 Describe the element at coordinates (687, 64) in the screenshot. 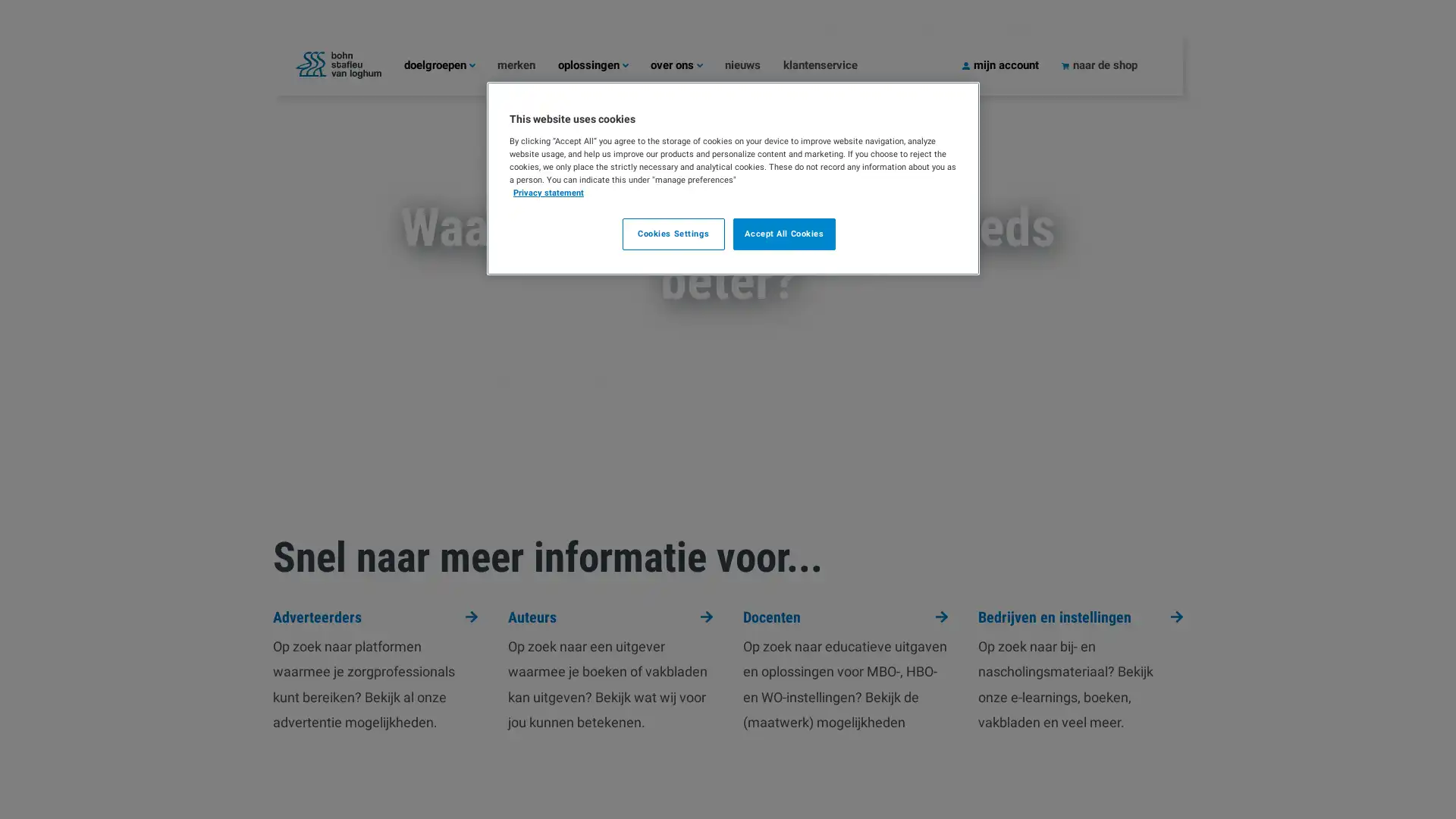

I see `over ons` at that location.